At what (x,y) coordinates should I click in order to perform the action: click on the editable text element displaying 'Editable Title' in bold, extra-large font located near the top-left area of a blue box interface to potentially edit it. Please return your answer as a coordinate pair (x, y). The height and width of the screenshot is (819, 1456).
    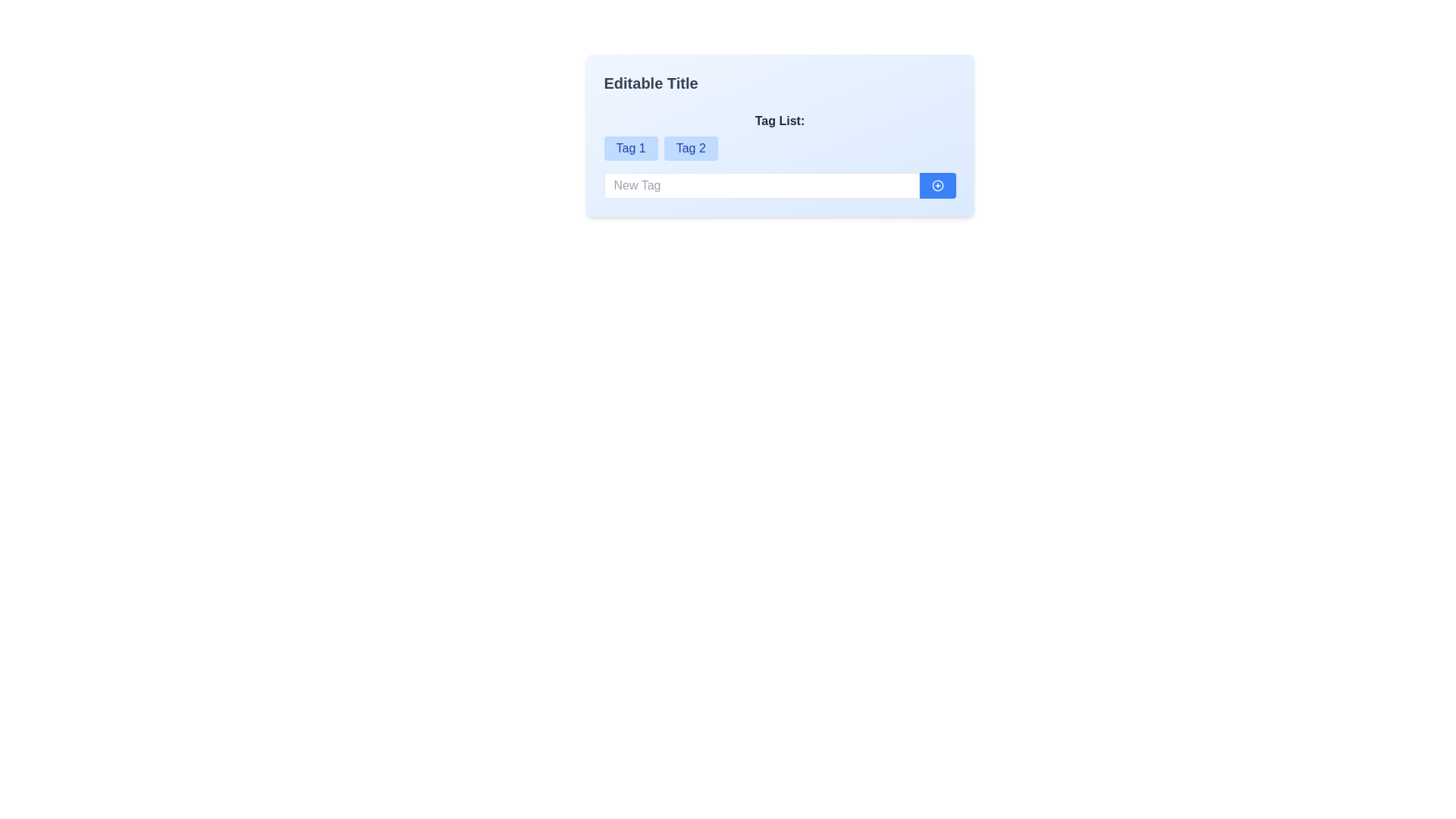
    Looking at the image, I should click on (651, 83).